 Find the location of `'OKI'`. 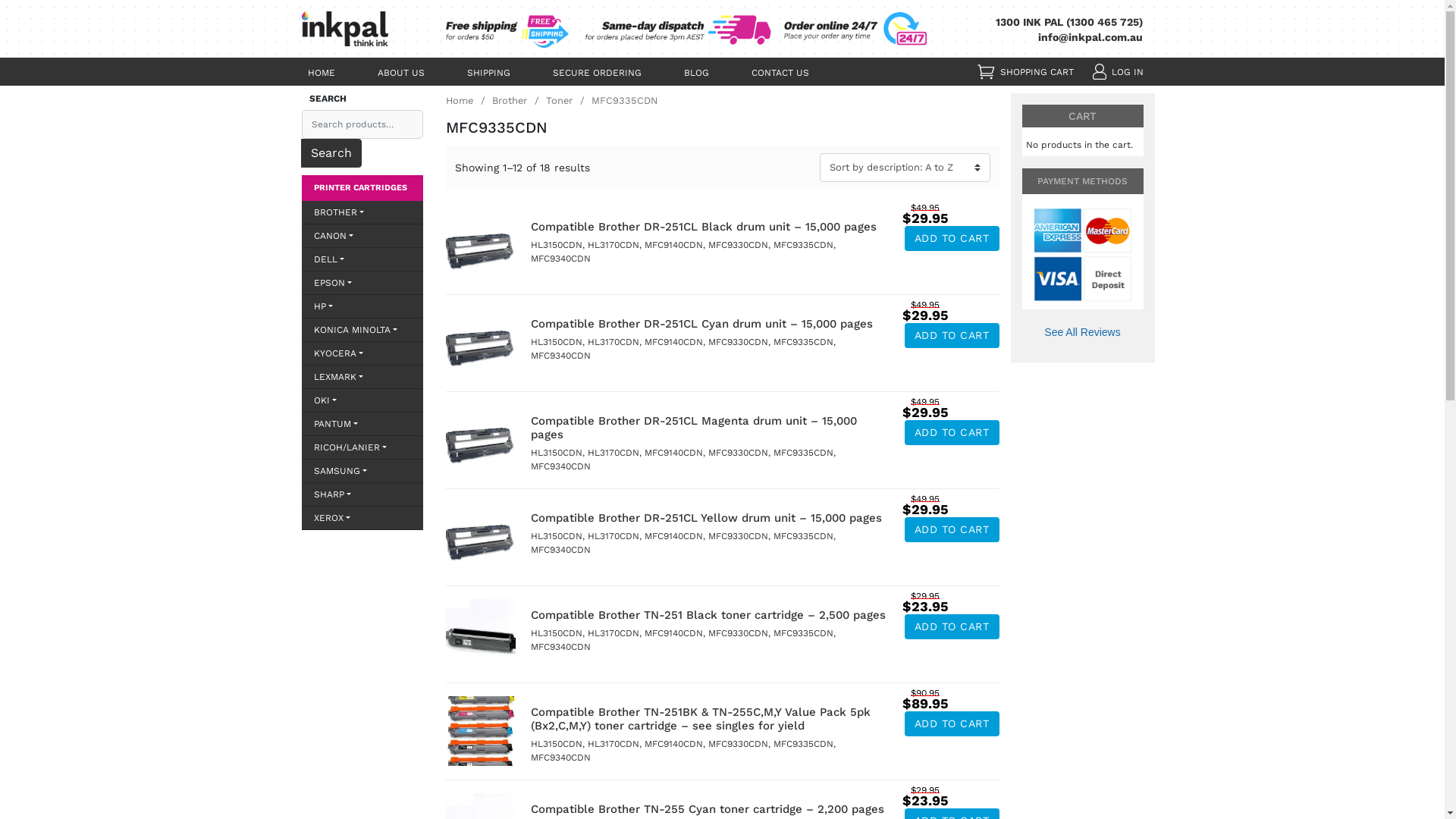

'OKI' is located at coordinates (362, 400).